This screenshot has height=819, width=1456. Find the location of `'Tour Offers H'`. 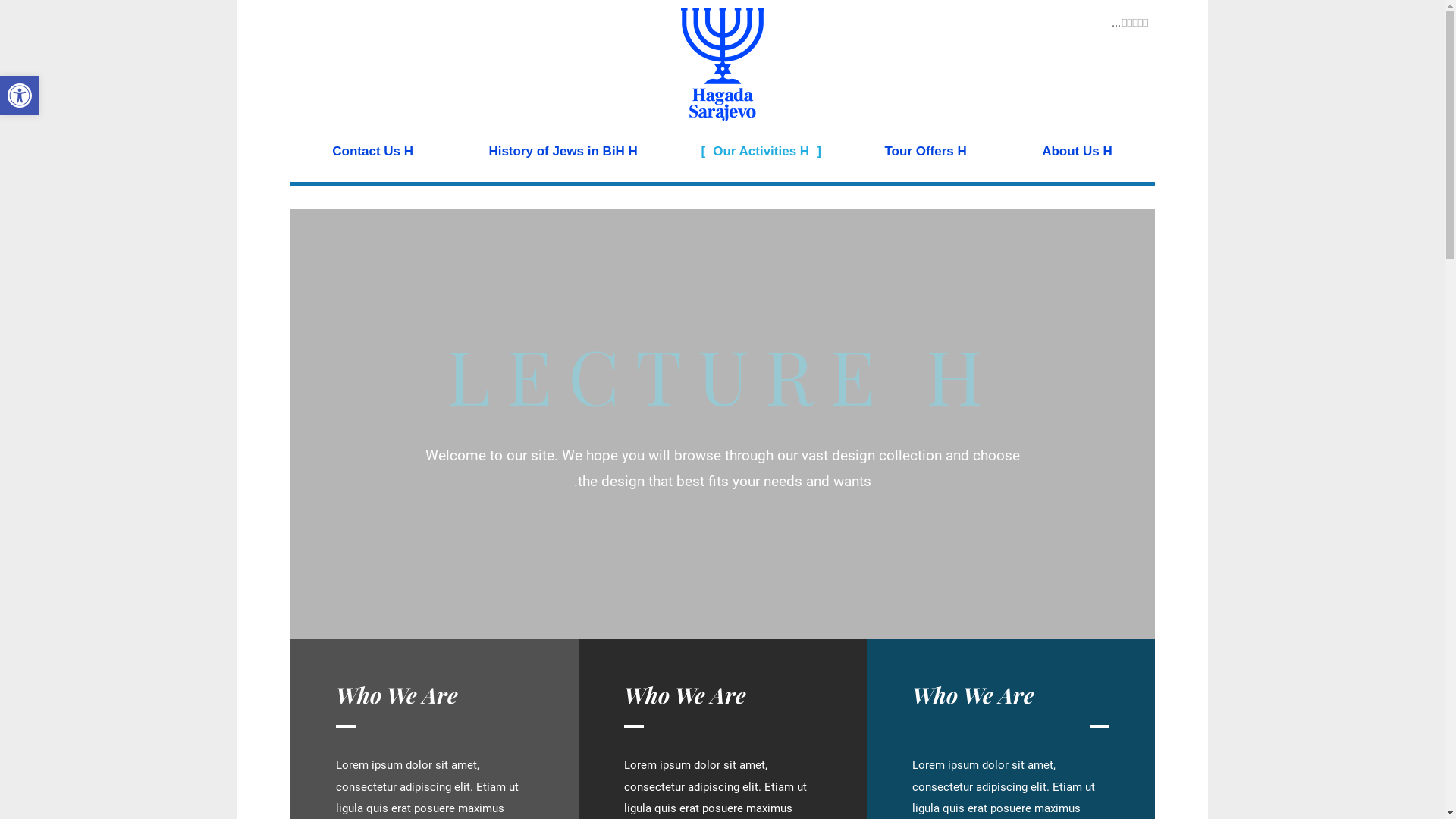

'Tour Offers H' is located at coordinates (846, 152).